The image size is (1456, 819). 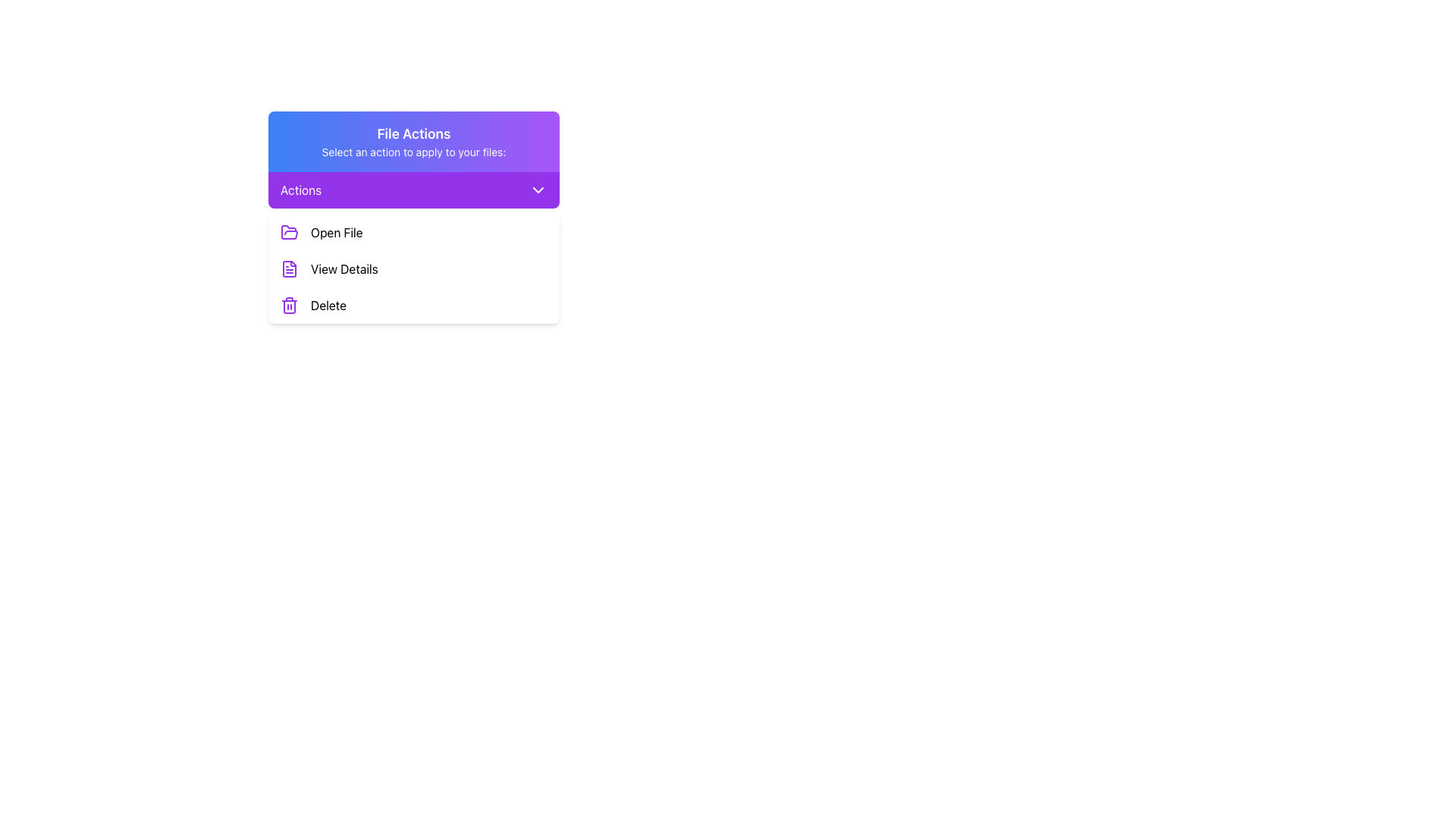 What do you see at coordinates (414, 217) in the screenshot?
I see `the Multi-option selection panel that contains a dropdown menu and three options: 'Open File', 'View Details', and 'Delete'` at bounding box center [414, 217].